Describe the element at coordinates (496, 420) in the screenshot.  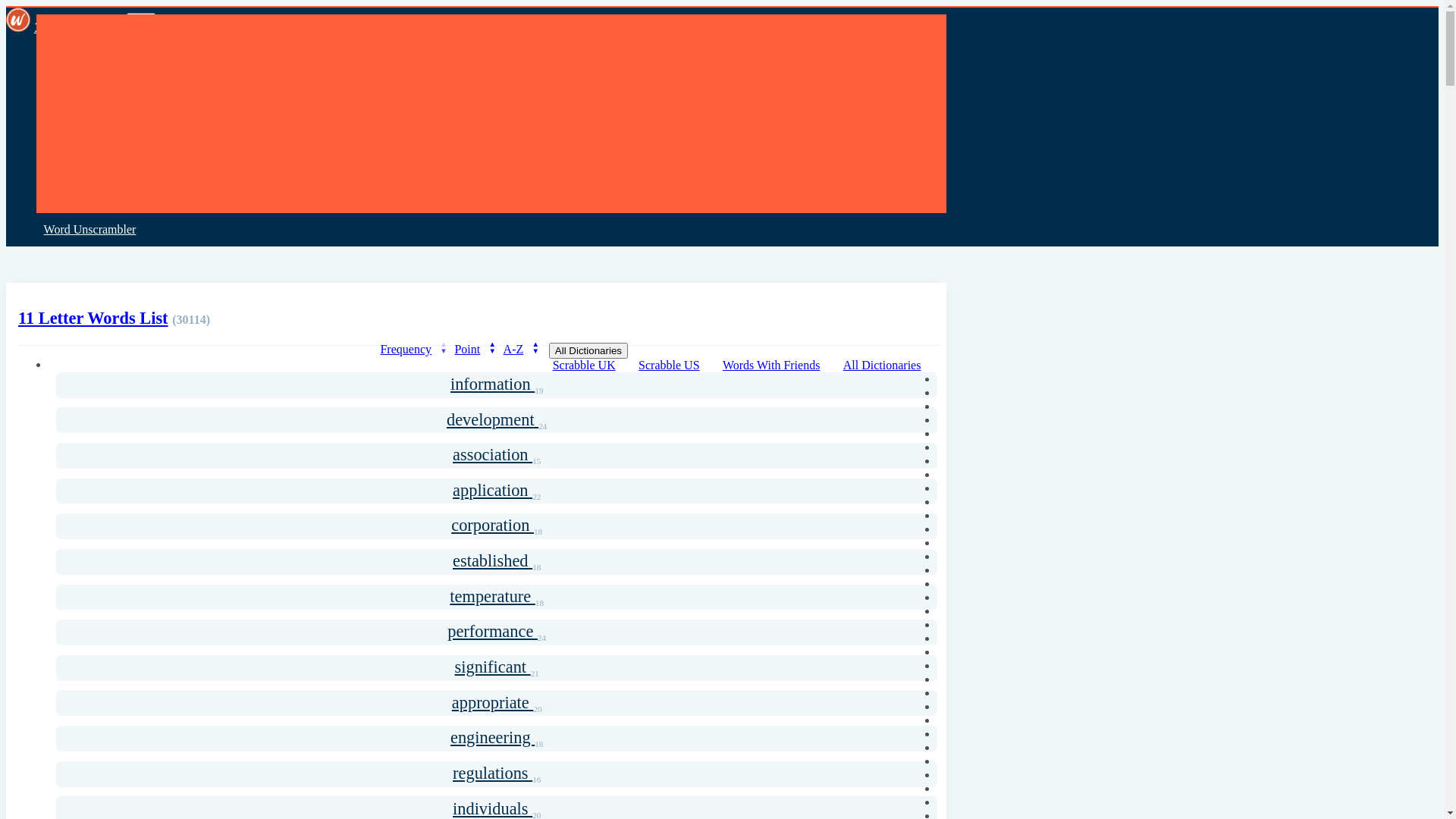
I see `'development 24'` at that location.